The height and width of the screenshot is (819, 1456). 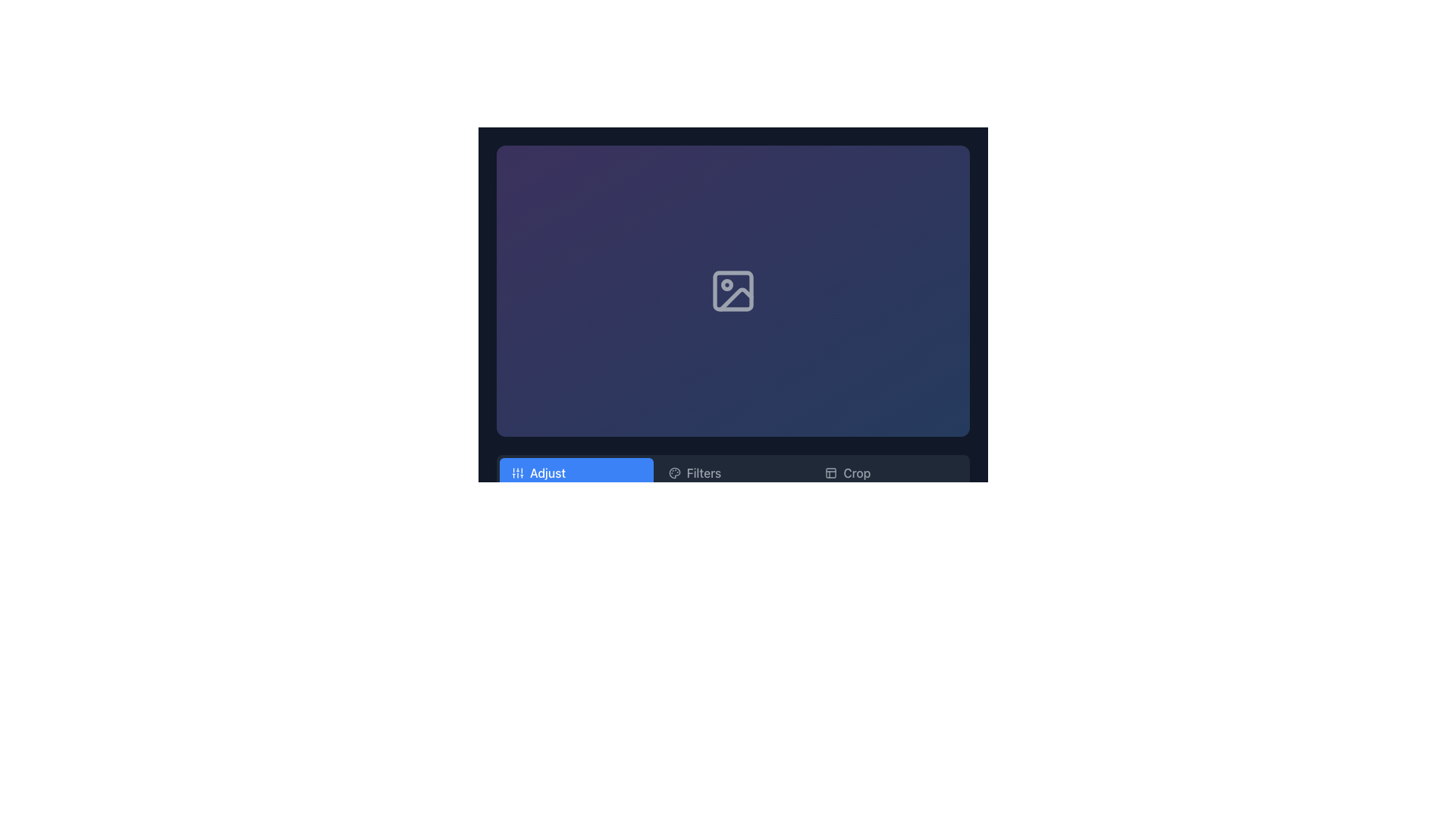 I want to click on the diagonal line-like component within the image frame icon, so click(x=736, y=299).